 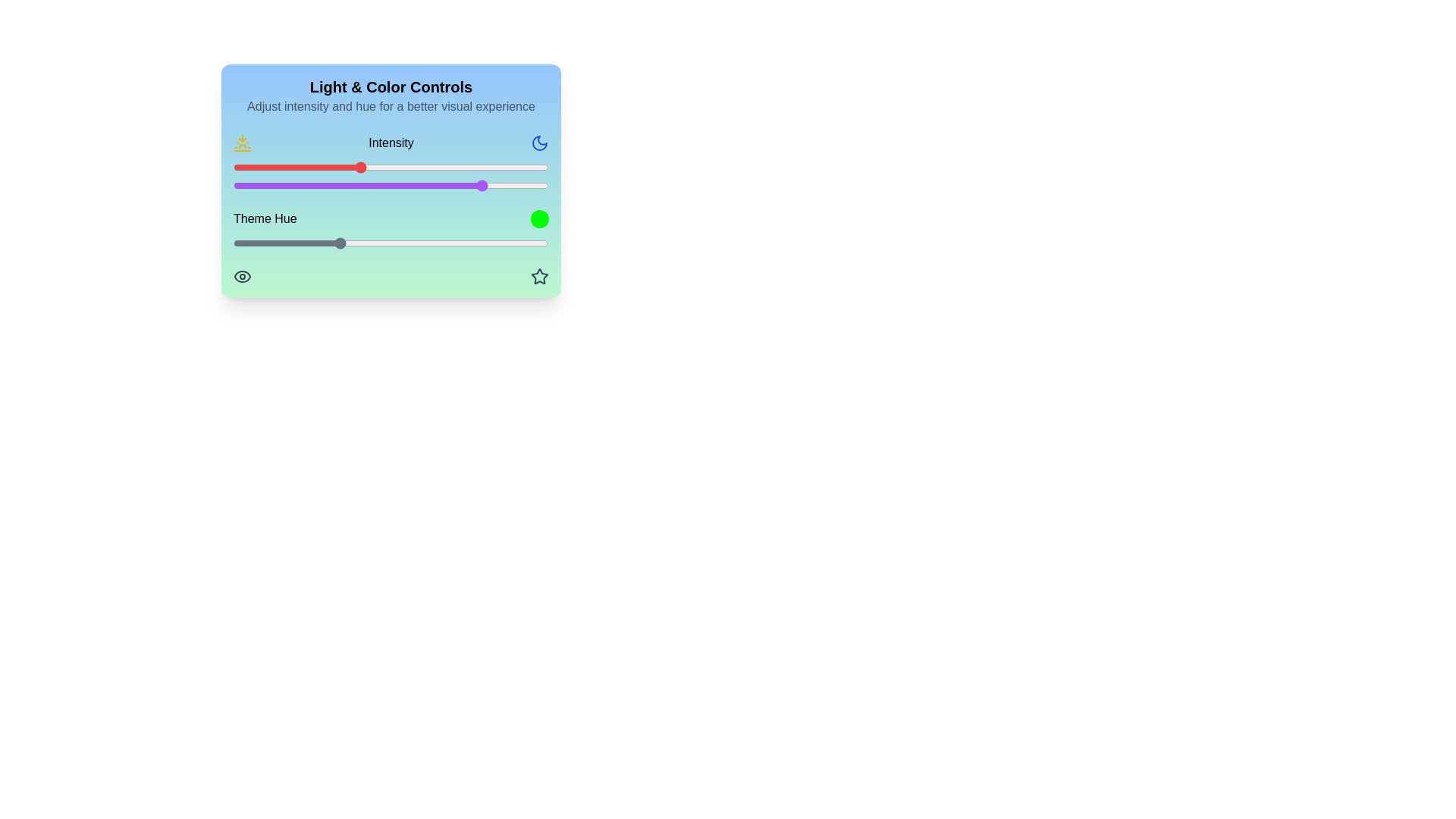 What do you see at coordinates (243, 277) in the screenshot?
I see `the leftmost icon button in the horizontal row beneath the sliders labeled 'Intensity' and 'Theme Hue'` at bounding box center [243, 277].